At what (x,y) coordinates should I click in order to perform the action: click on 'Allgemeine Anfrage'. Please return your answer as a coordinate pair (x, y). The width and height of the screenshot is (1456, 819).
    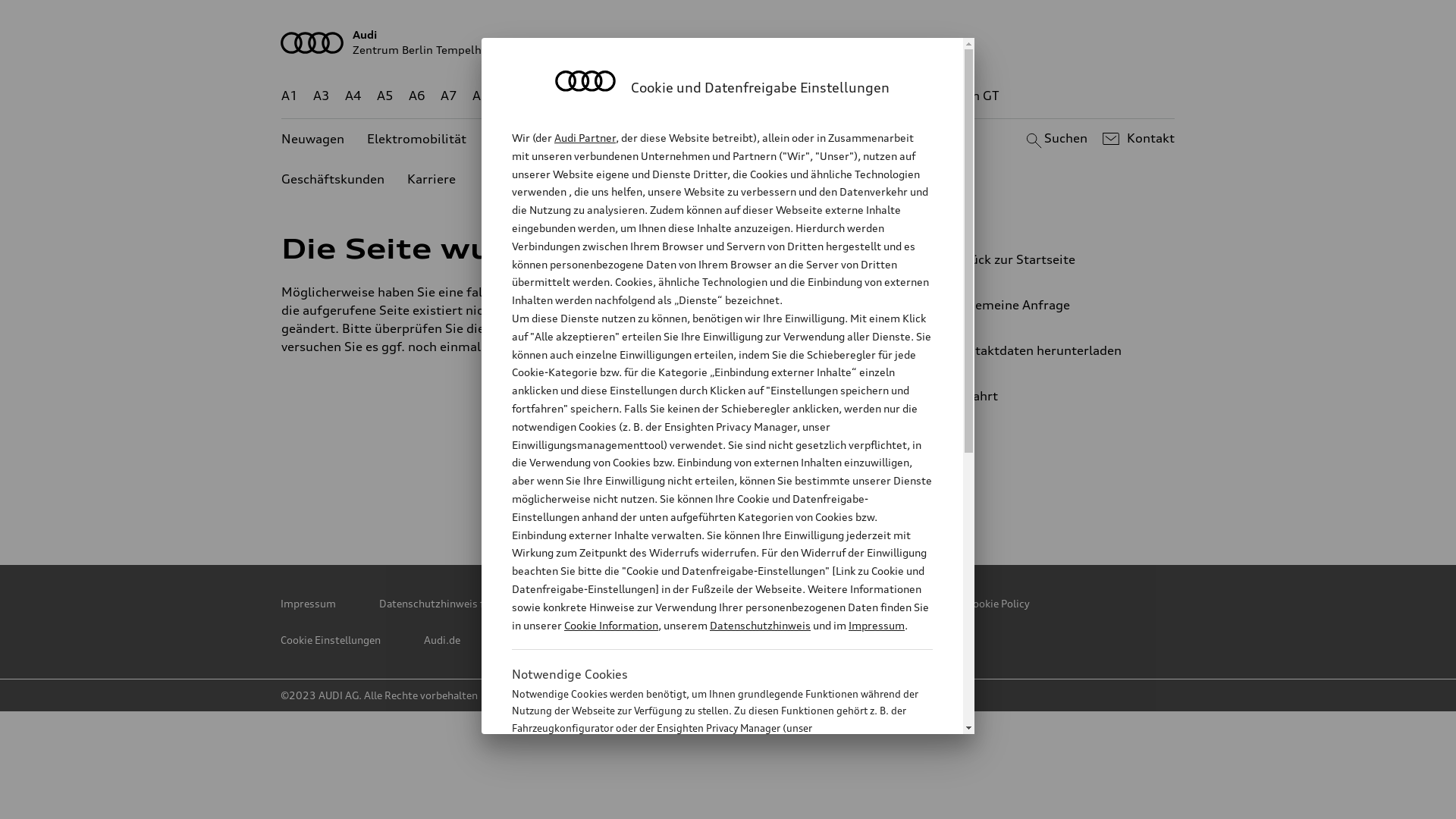
    Looking at the image, I should click on (1043, 304).